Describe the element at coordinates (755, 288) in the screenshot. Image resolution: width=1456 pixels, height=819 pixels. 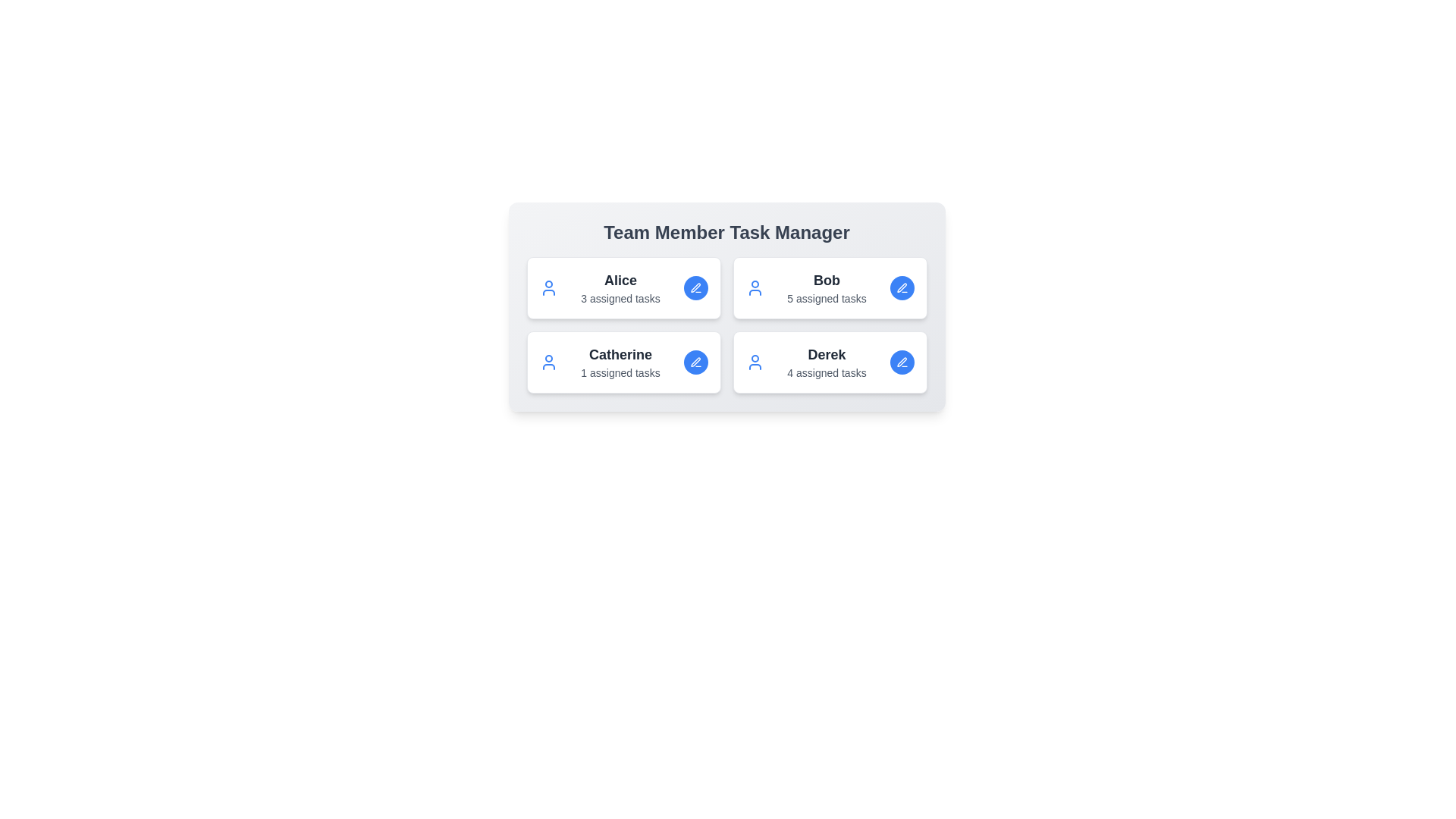
I see `the icon representing Bob to interact with their tasks` at that location.